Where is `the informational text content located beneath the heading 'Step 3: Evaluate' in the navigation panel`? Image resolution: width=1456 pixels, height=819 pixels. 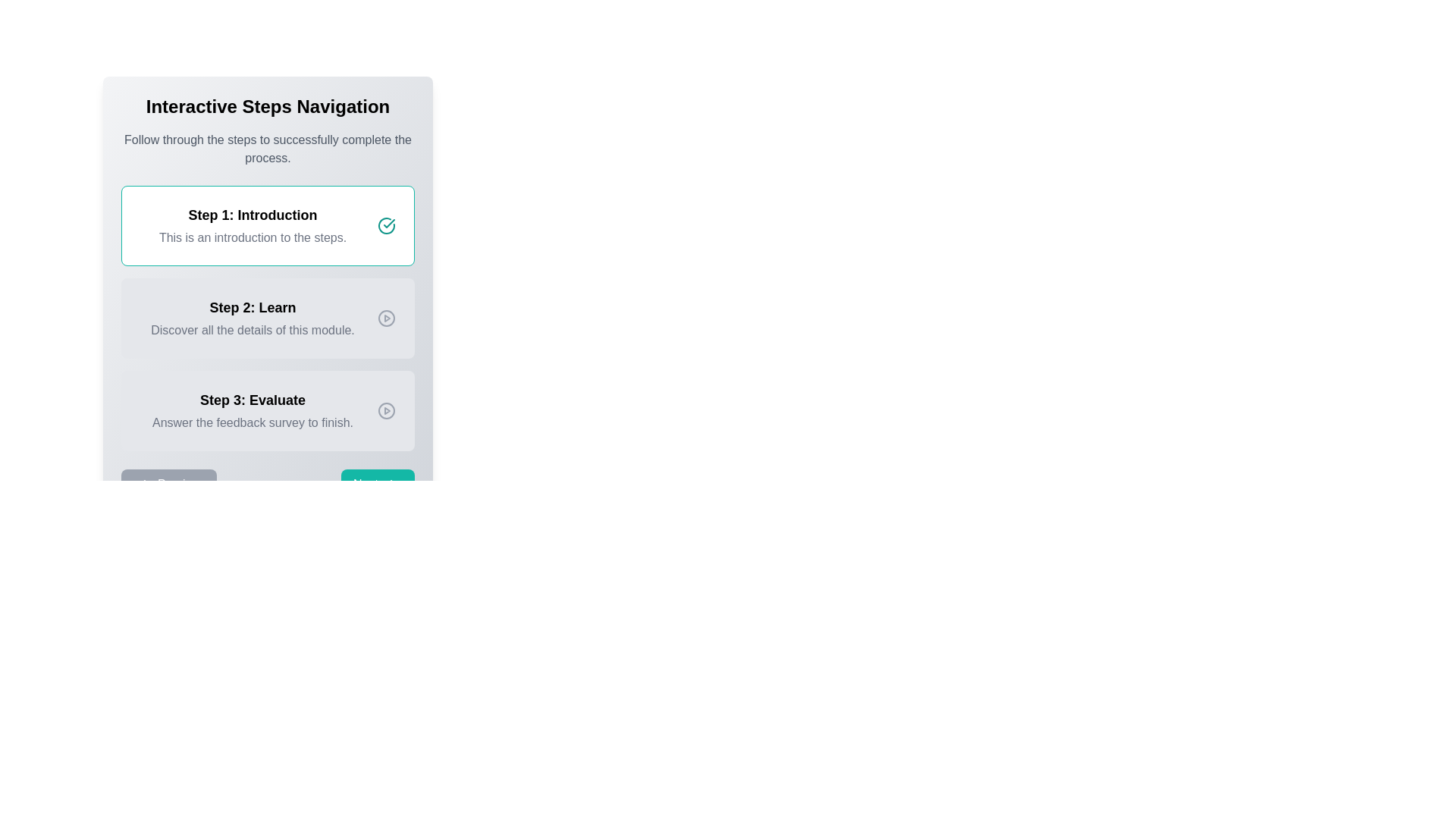
the informational text content located beneath the heading 'Step 3: Evaluate' in the navigation panel is located at coordinates (253, 423).